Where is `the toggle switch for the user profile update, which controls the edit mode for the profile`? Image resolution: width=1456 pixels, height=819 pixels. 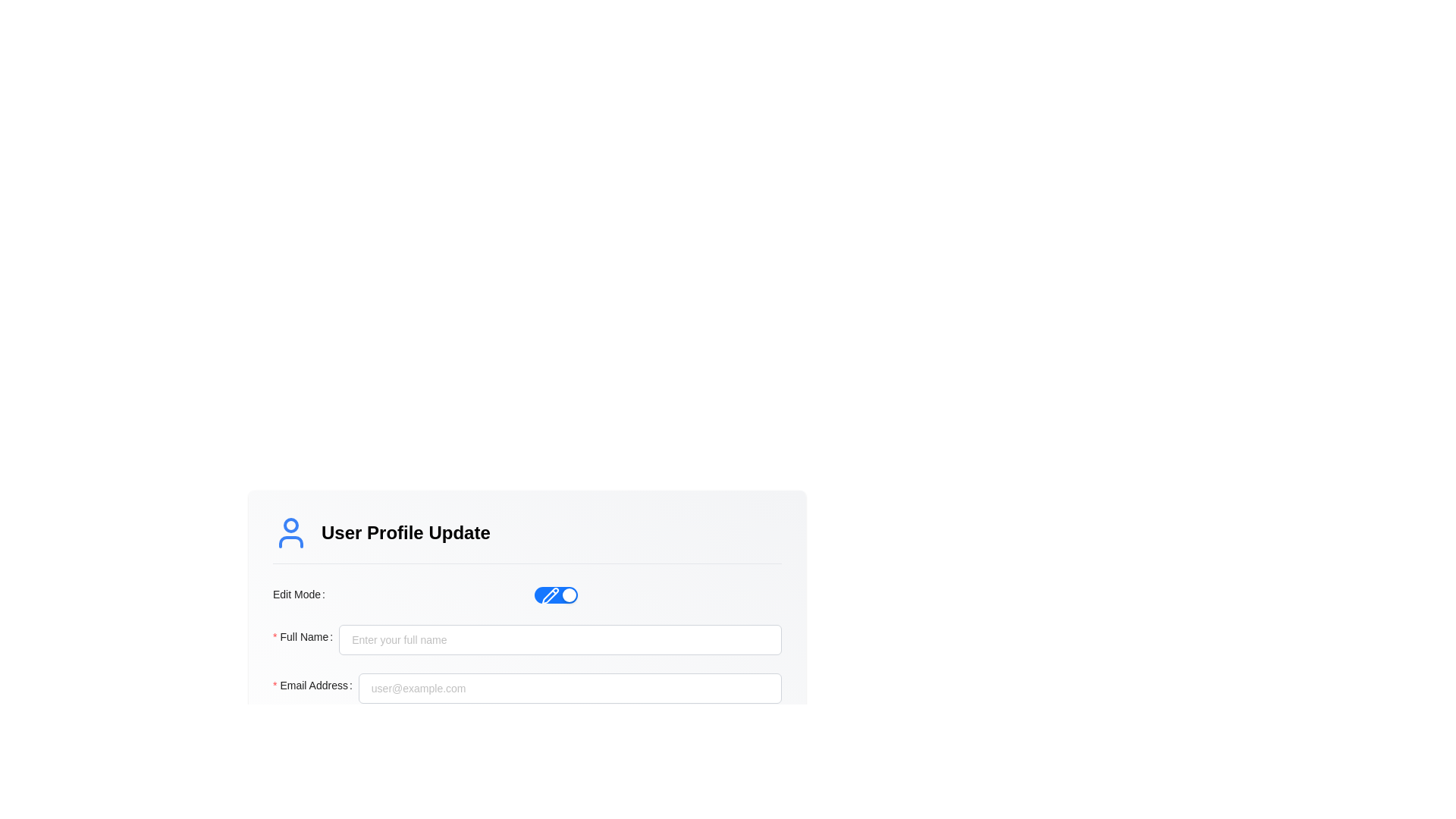 the toggle switch for the user profile update, which controls the edit mode for the profile is located at coordinates (556, 593).